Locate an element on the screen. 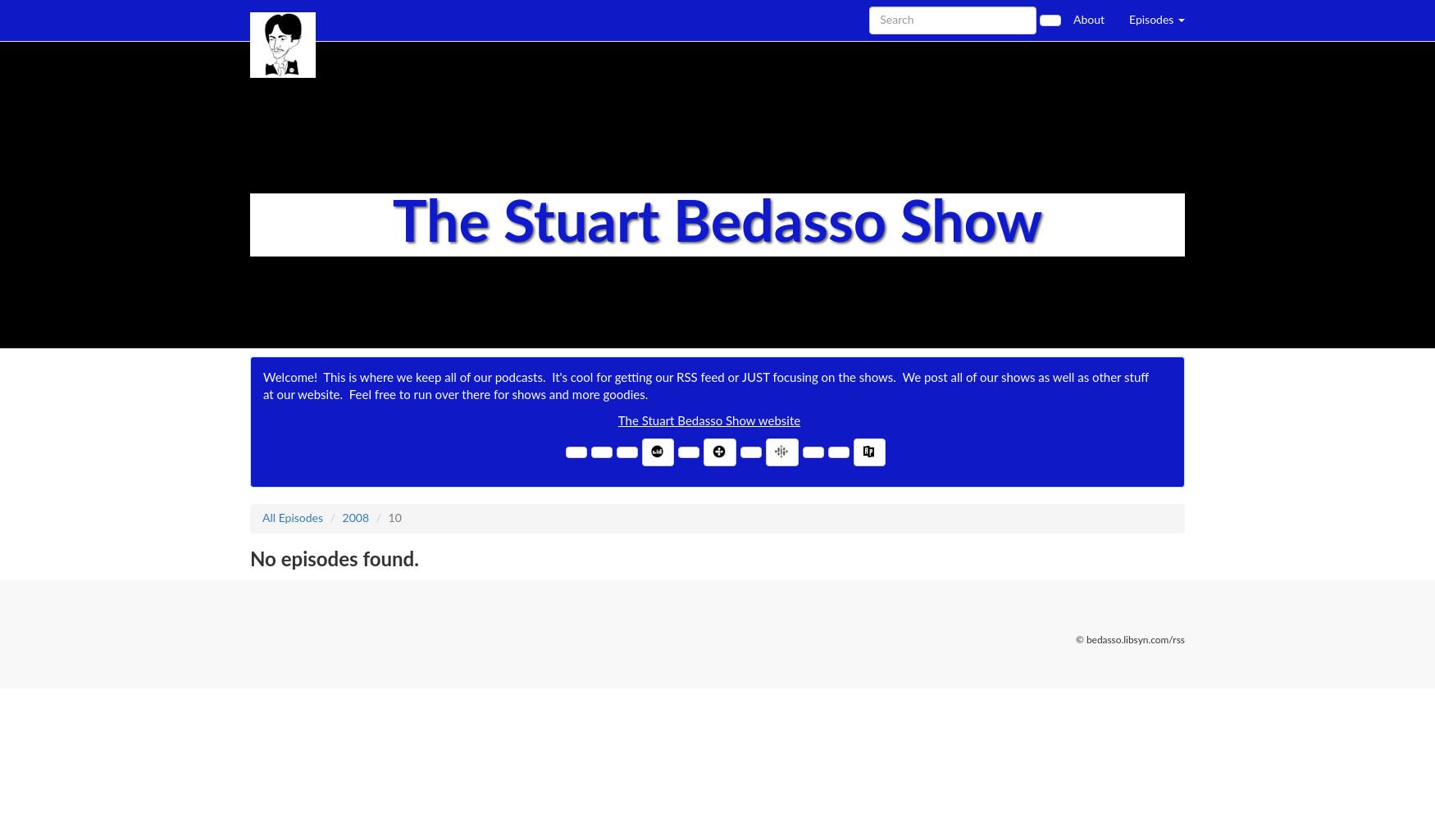  'All Episodes' is located at coordinates (293, 518).